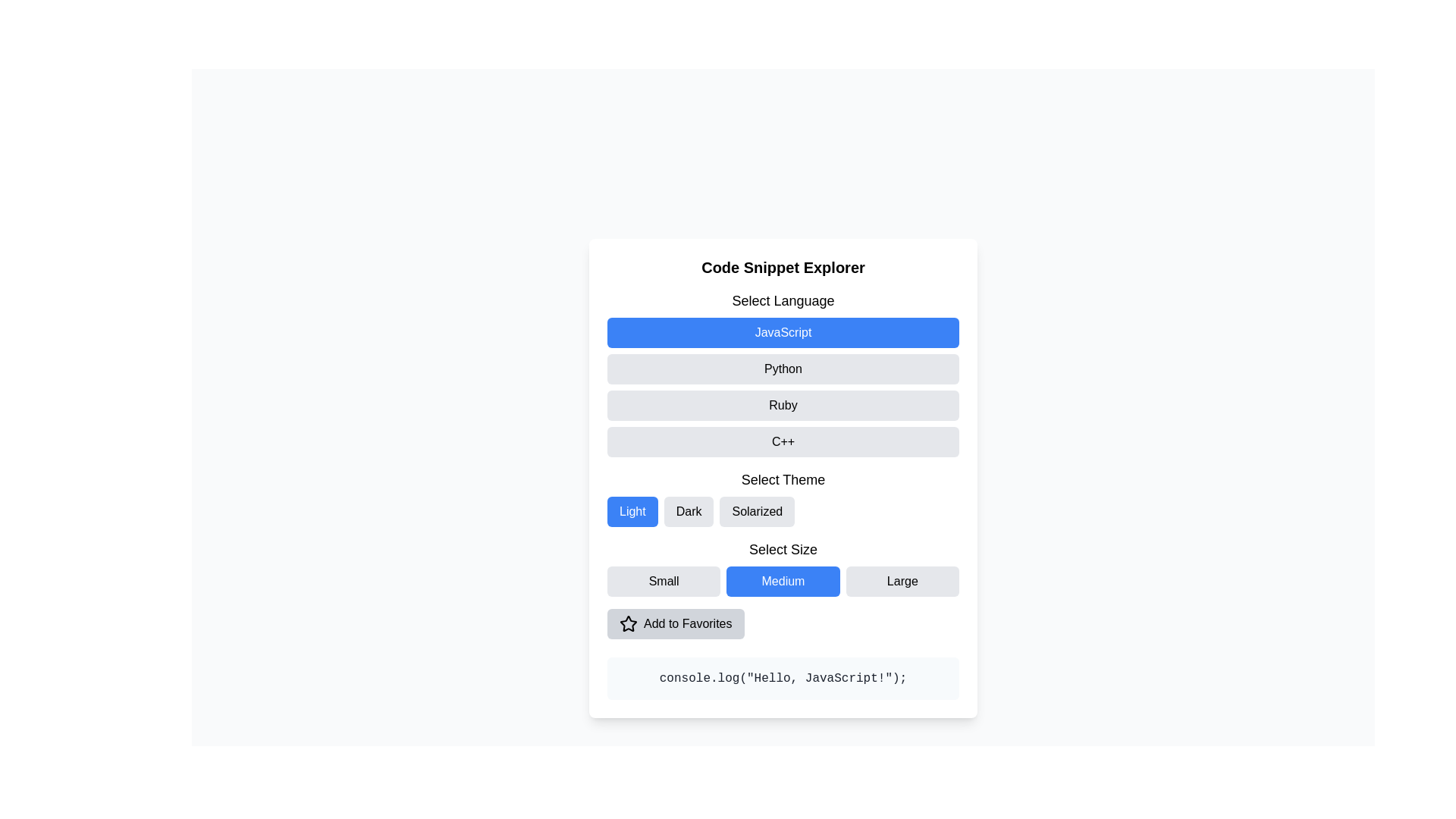 This screenshot has width=1456, height=819. What do you see at coordinates (675, 623) in the screenshot?
I see `the button located centrally at the bottom section of the card interface` at bounding box center [675, 623].